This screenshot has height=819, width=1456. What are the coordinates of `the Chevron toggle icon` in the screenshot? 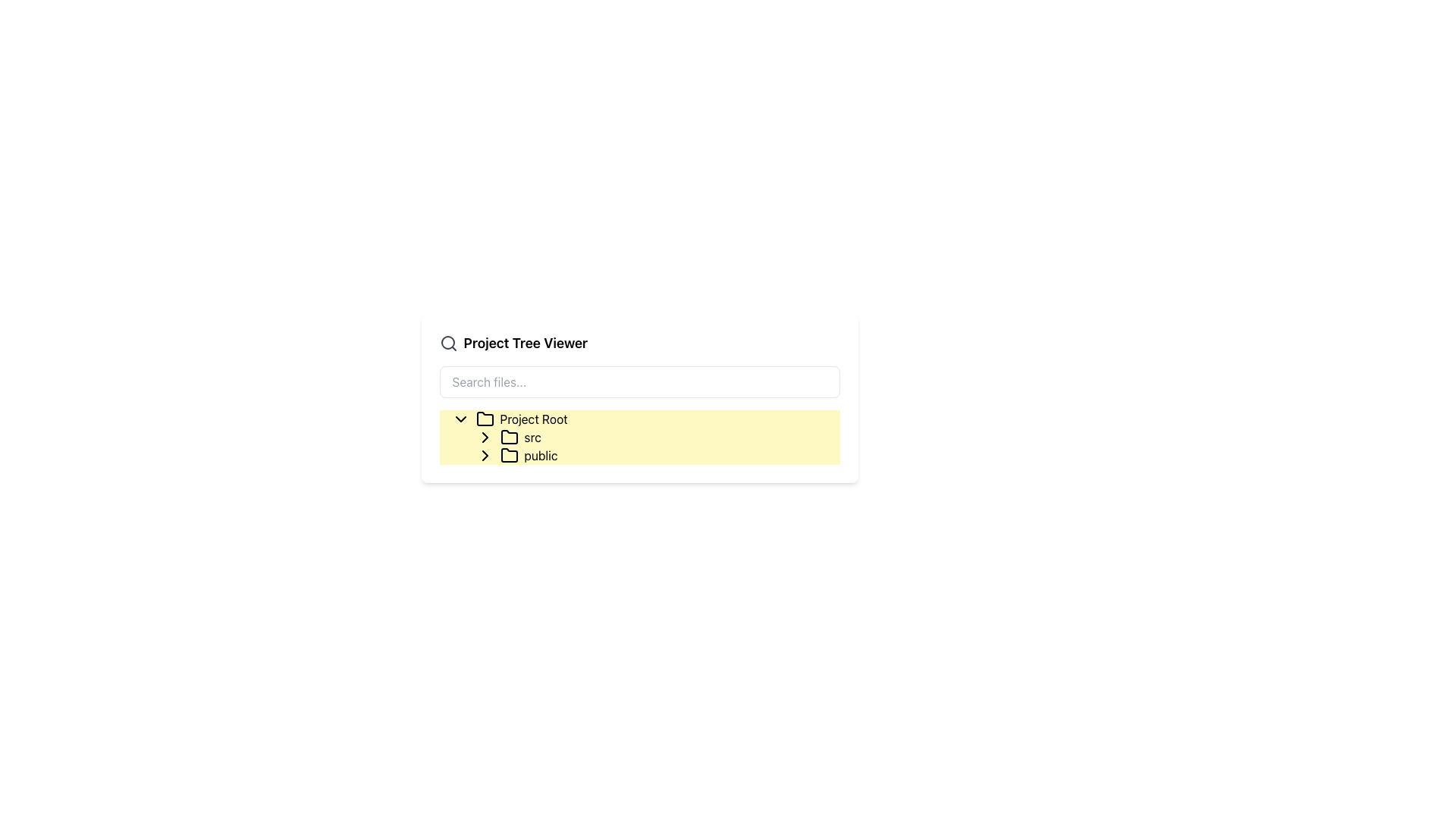 It's located at (460, 419).